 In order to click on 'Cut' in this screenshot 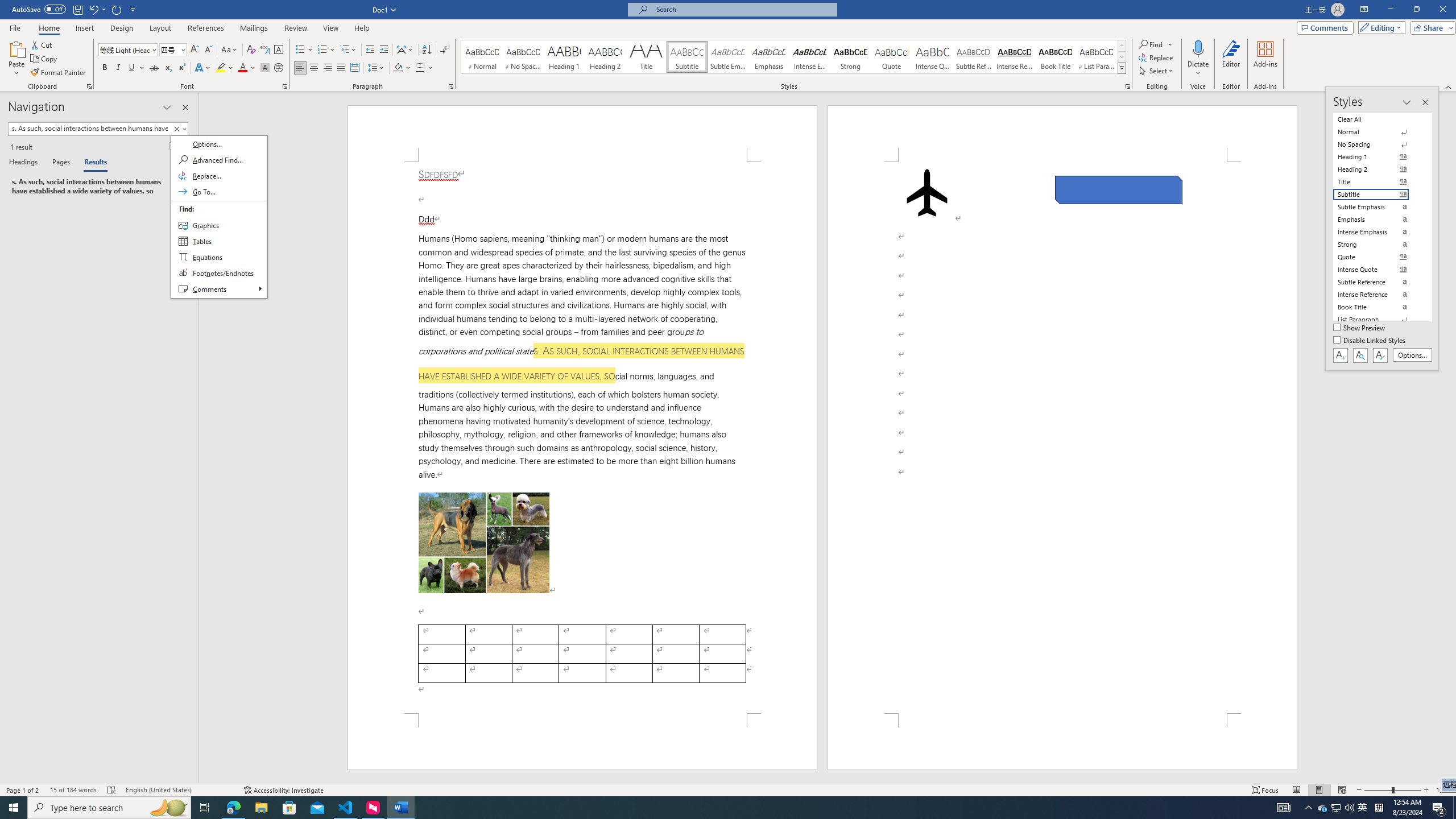, I will do `click(42, 44)`.